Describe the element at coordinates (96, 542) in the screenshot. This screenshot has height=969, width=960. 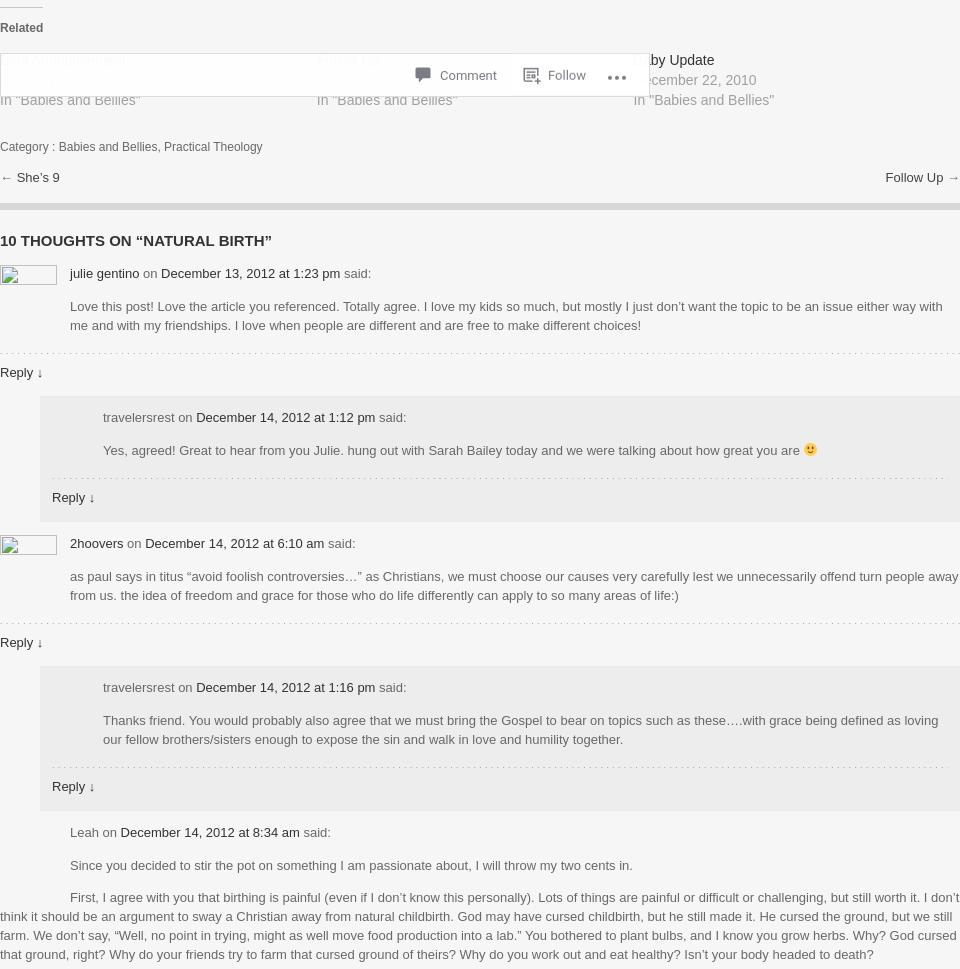
I see `'2hoovers'` at that location.